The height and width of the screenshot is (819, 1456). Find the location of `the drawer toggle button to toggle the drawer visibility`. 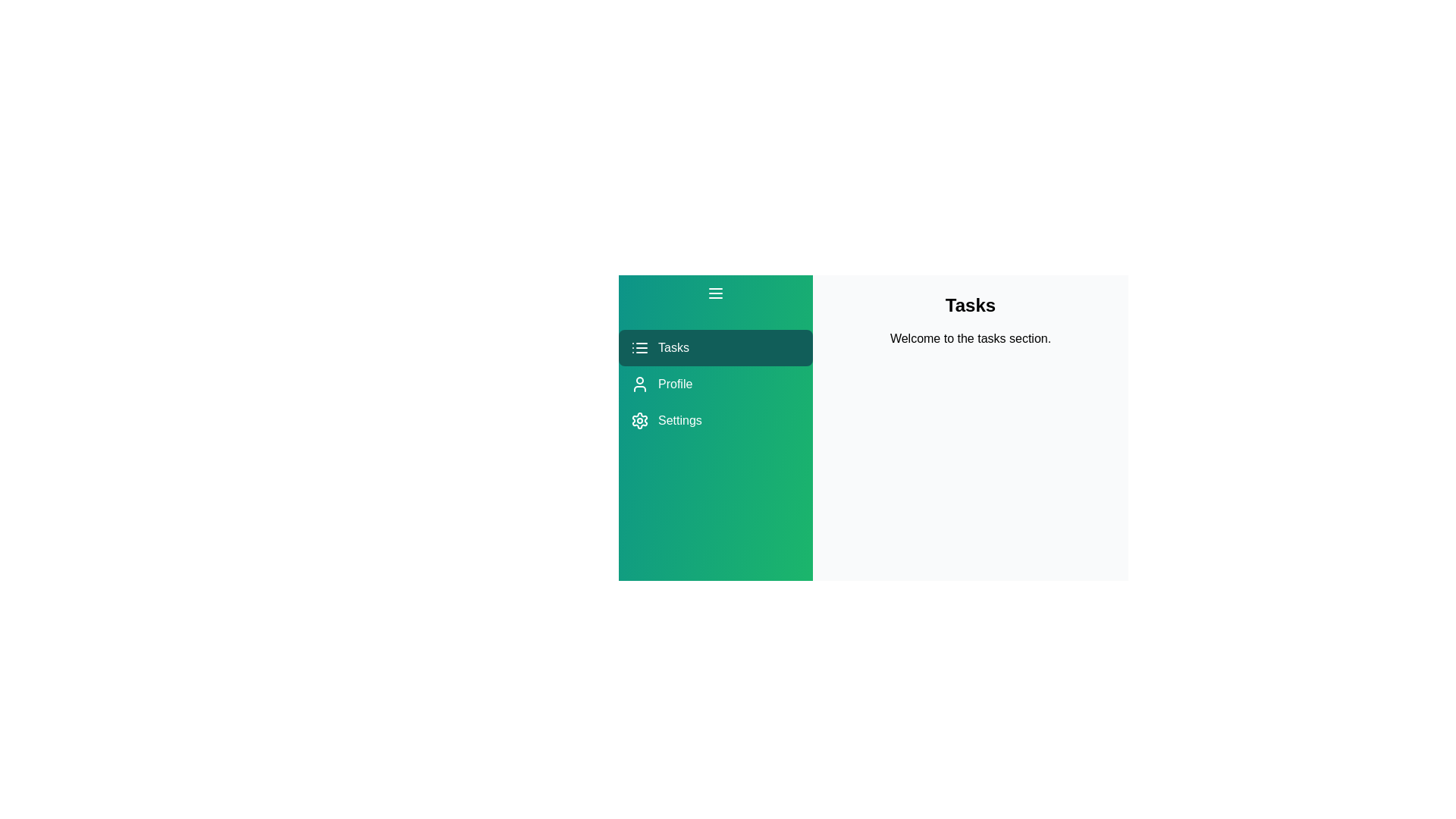

the drawer toggle button to toggle the drawer visibility is located at coordinates (715, 293).